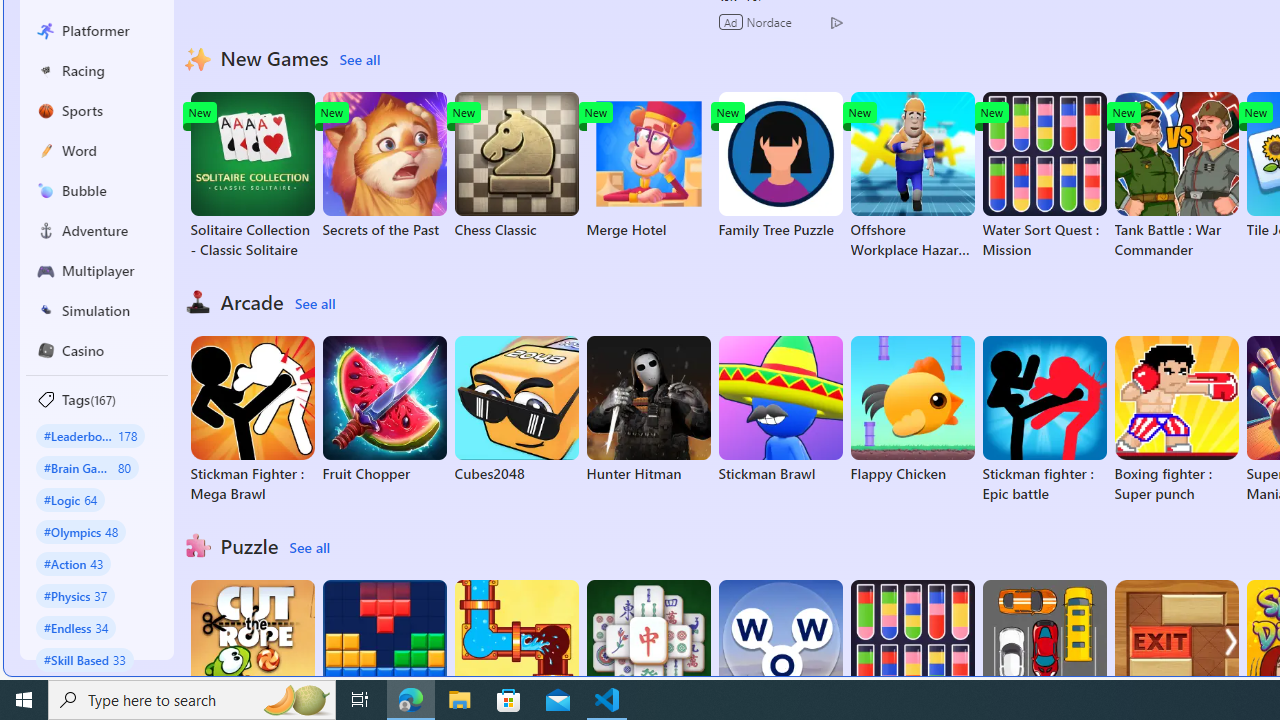  What do you see at coordinates (251, 419) in the screenshot?
I see `'Stickman Fighter : Mega Brawl'` at bounding box center [251, 419].